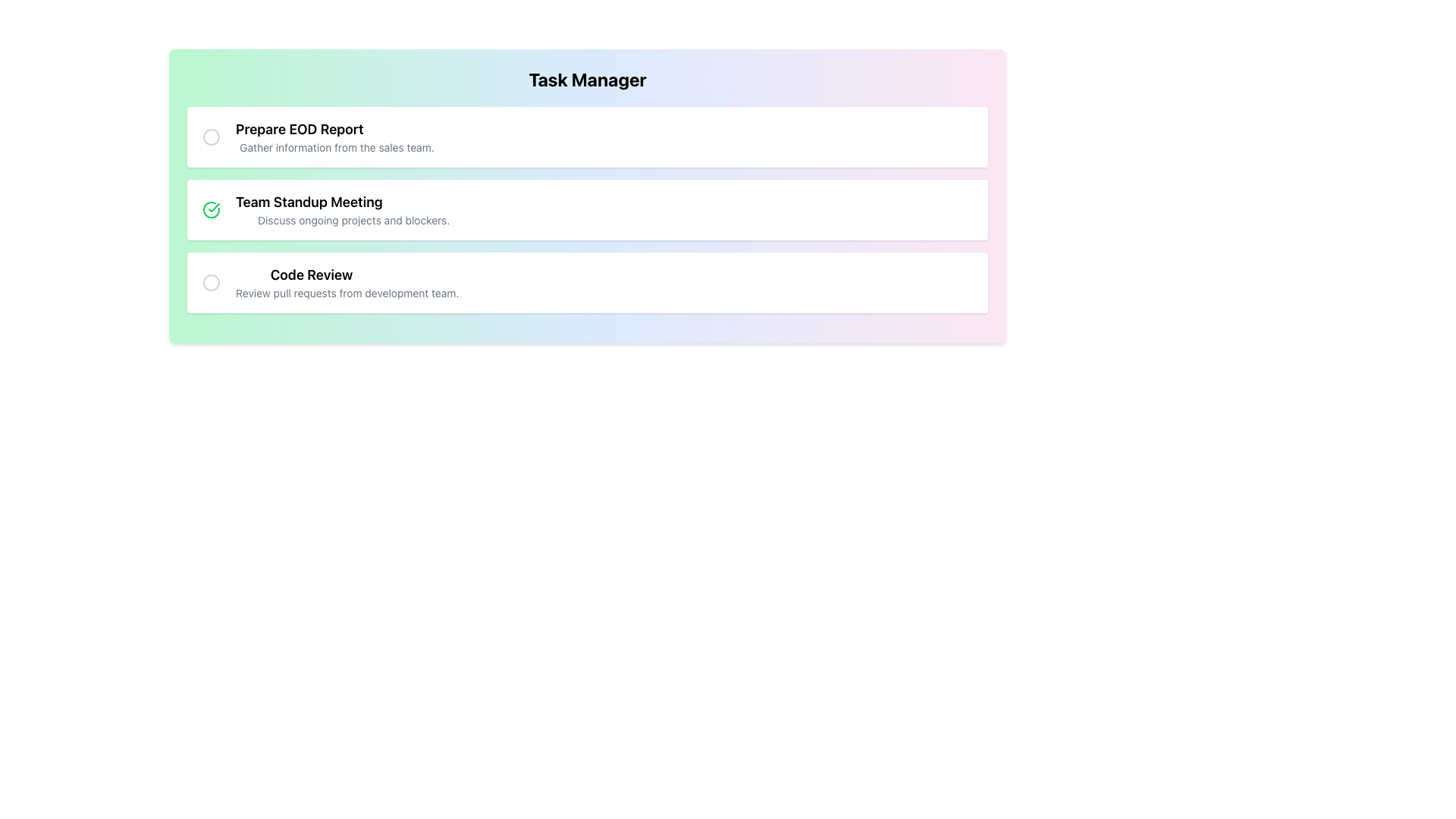 The width and height of the screenshot is (1456, 819). Describe the element at coordinates (347, 283) in the screenshot. I see `the third task item in the Task Manager list` at that location.